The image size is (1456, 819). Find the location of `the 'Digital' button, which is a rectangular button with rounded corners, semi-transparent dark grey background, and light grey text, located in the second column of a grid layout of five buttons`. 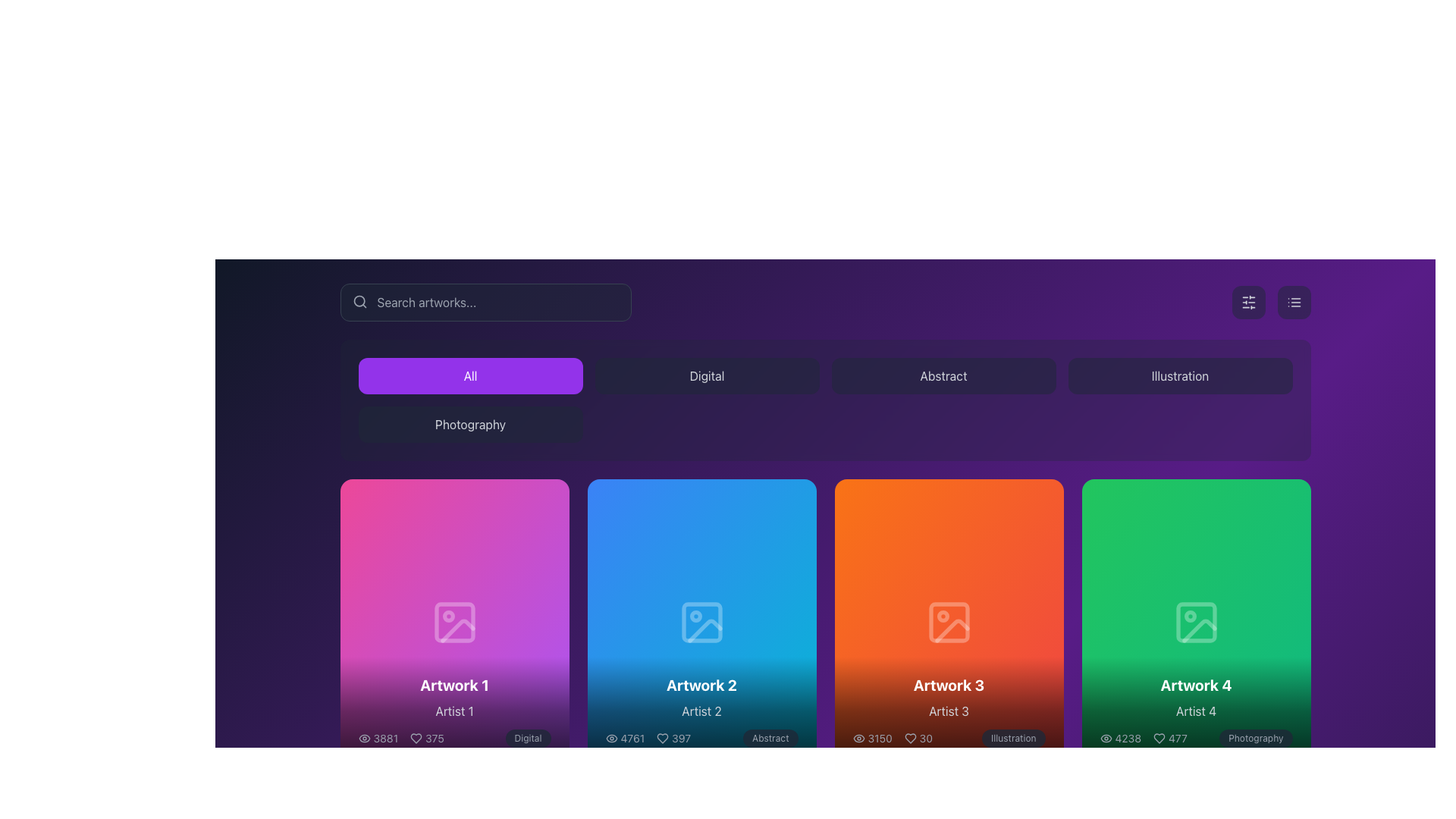

the 'Digital' button, which is a rectangular button with rounded corners, semi-transparent dark grey background, and light grey text, located in the second column of a grid layout of five buttons is located at coordinates (706, 375).